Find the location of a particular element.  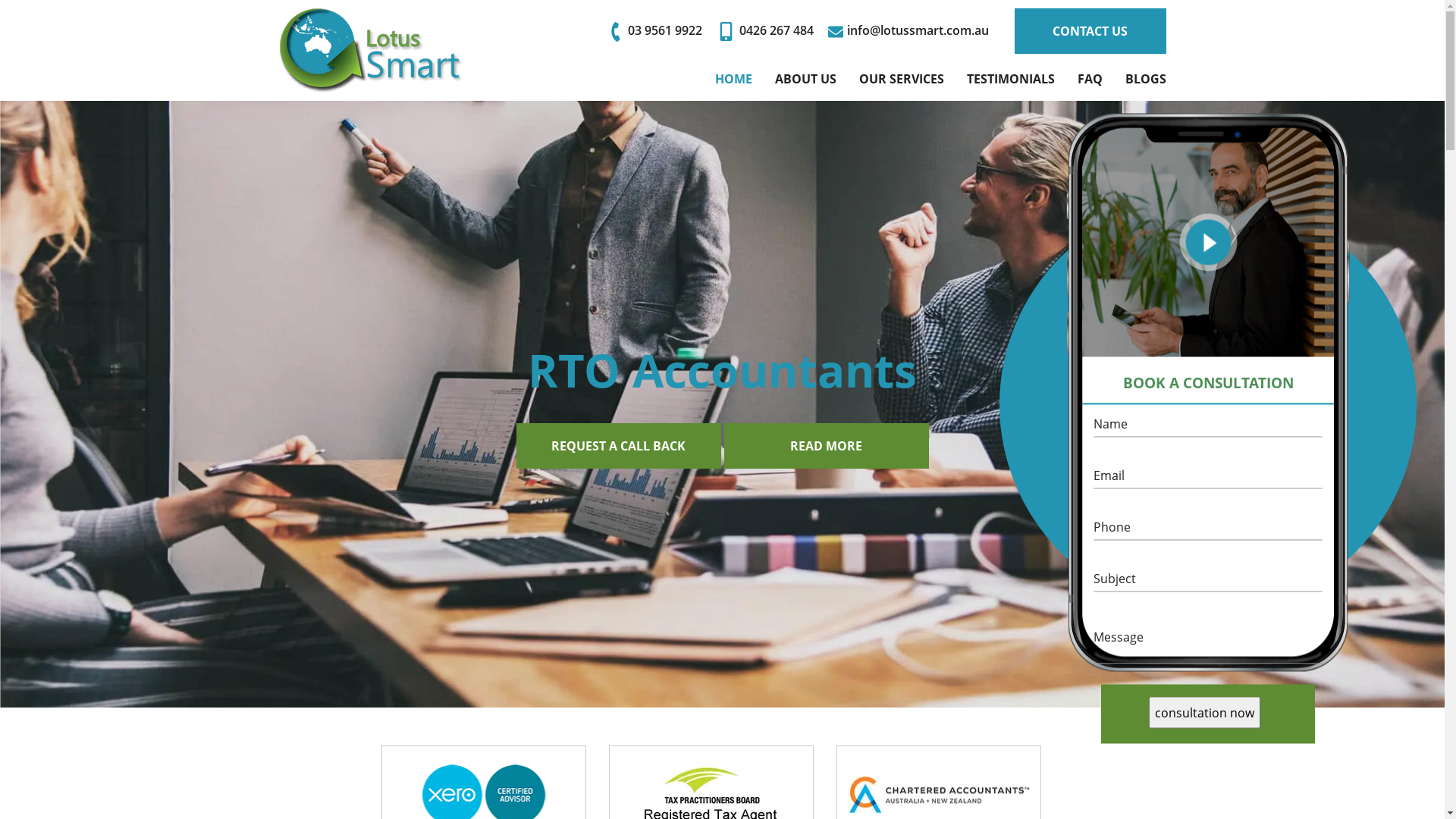

'READ MORE' is located at coordinates (825, 475).